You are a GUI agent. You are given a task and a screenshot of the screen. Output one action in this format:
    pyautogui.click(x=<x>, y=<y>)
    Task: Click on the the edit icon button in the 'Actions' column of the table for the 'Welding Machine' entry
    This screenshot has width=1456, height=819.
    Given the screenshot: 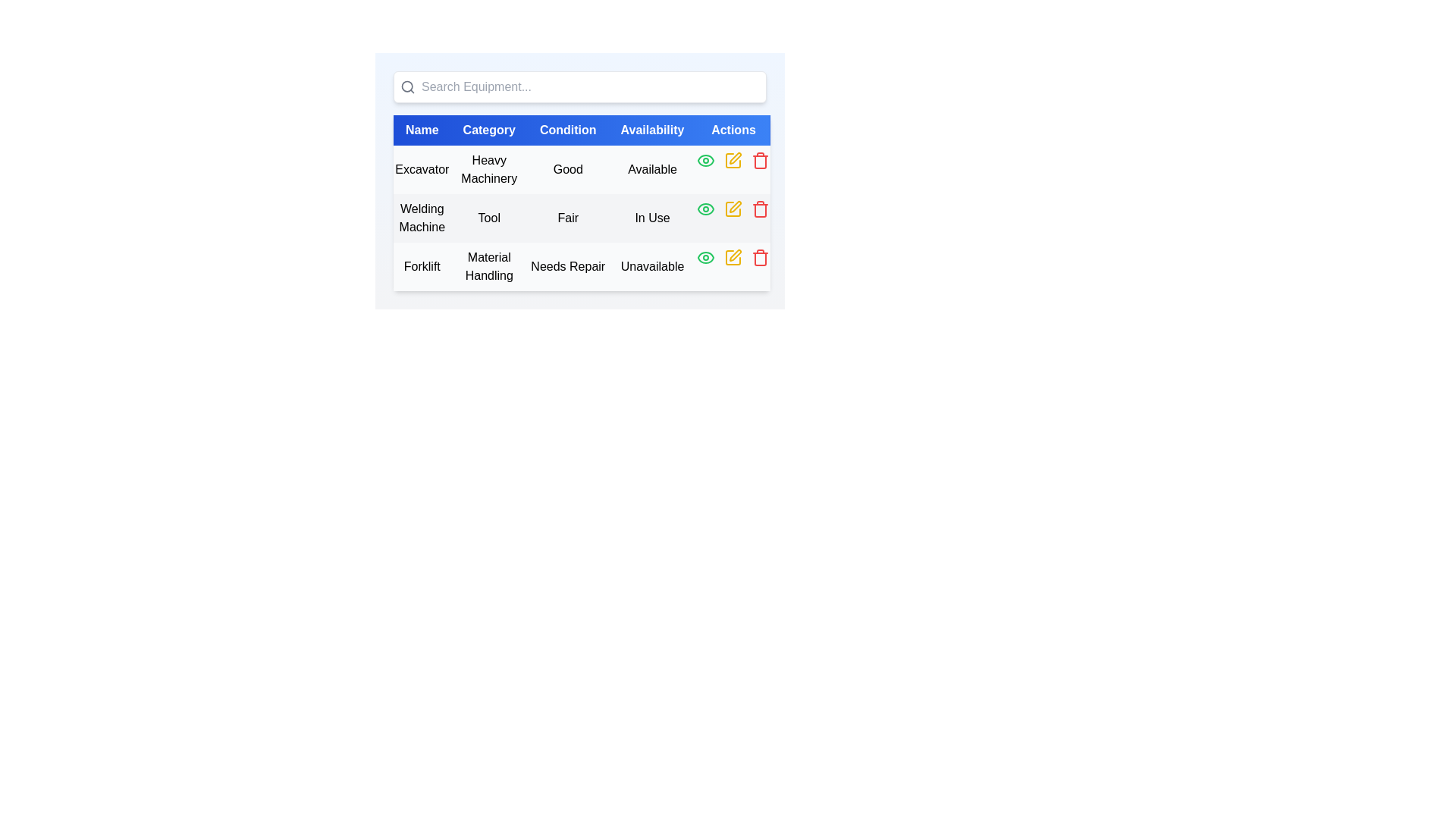 What is the action you would take?
    pyautogui.click(x=736, y=207)
    